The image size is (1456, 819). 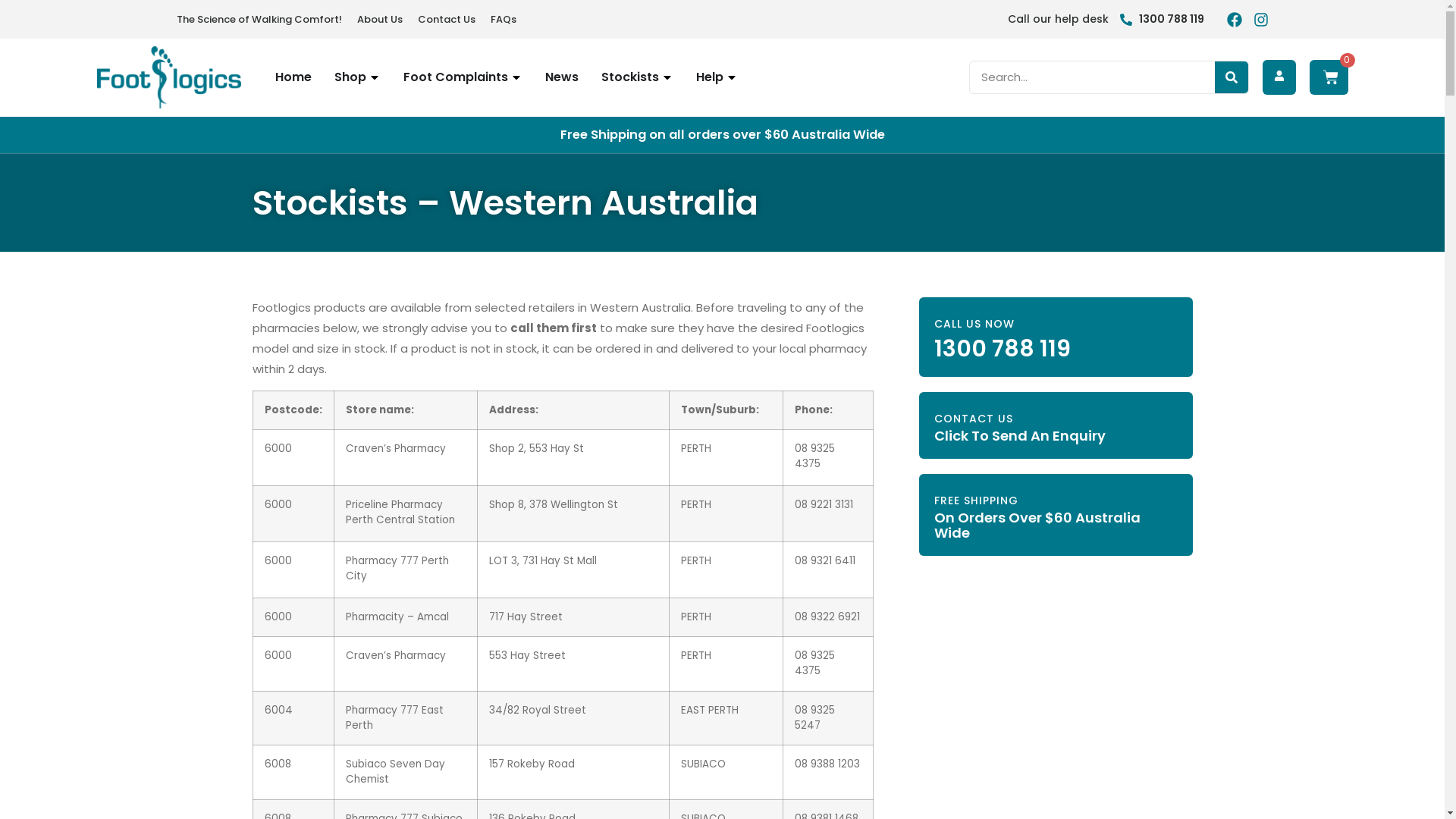 What do you see at coordinates (168, 77) in the screenshot?
I see `'FL-logo-NEW'` at bounding box center [168, 77].